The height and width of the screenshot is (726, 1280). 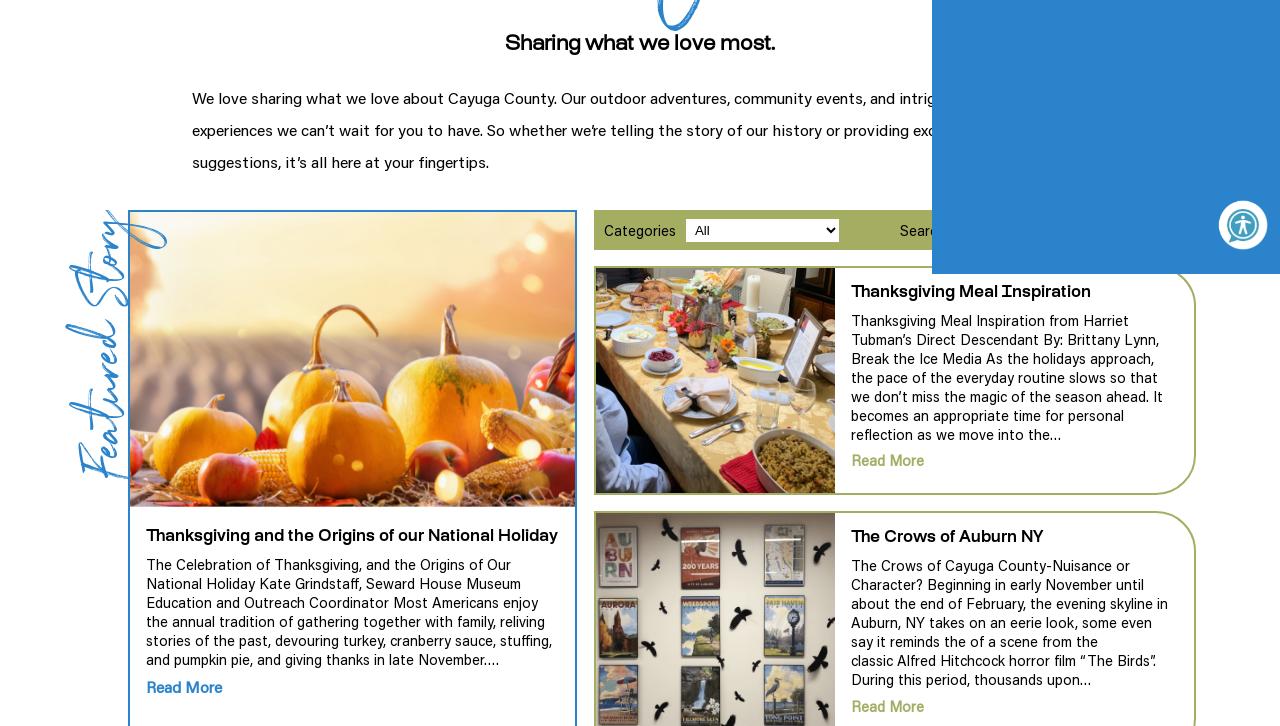 What do you see at coordinates (61, 342) in the screenshot?
I see `'Featured Story'` at bounding box center [61, 342].